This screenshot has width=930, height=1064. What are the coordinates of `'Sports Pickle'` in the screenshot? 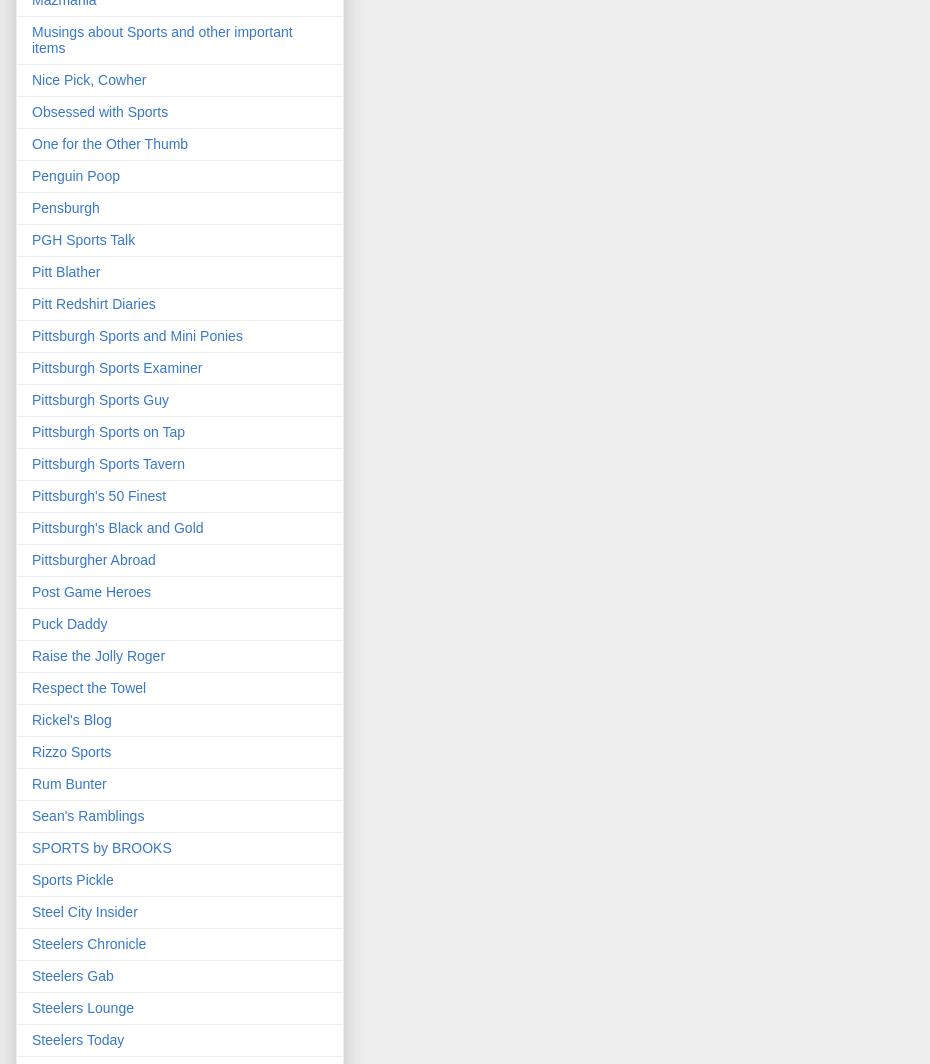 It's located at (71, 880).